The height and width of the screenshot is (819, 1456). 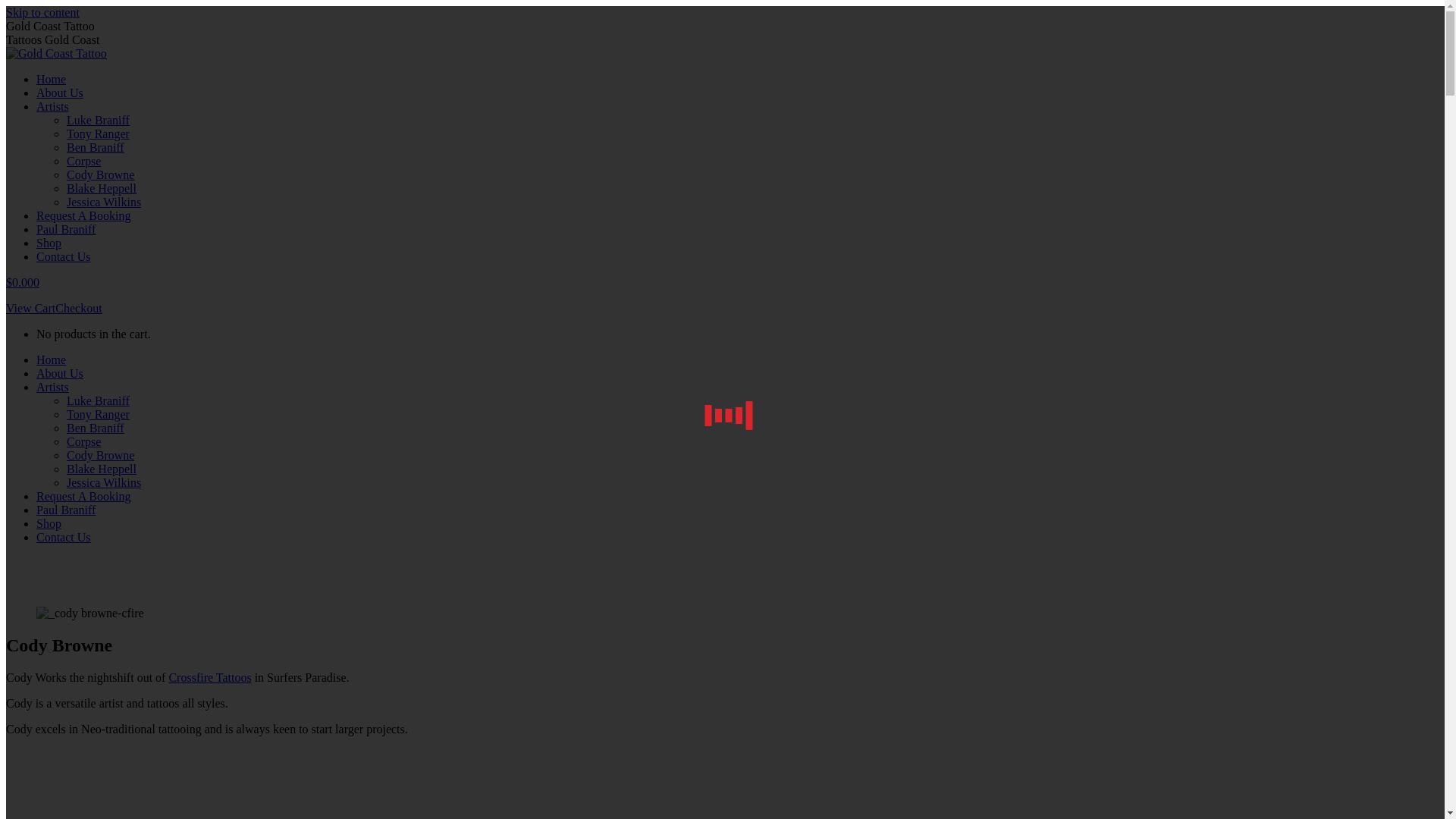 I want to click on 'Corpse', so click(x=83, y=161).